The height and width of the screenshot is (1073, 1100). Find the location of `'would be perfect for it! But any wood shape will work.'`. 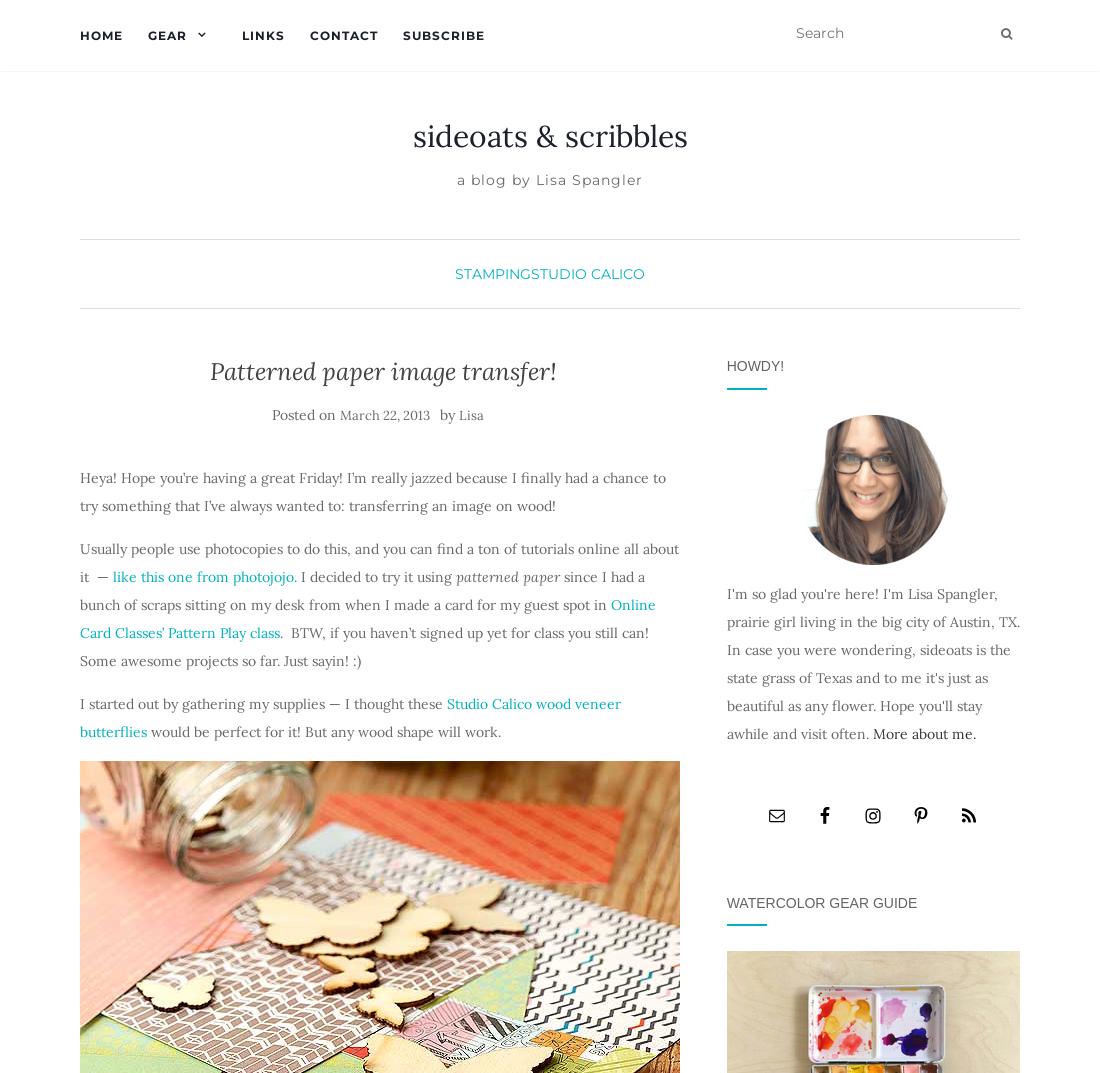

'would be perfect for it! But any wood shape will work.' is located at coordinates (322, 730).